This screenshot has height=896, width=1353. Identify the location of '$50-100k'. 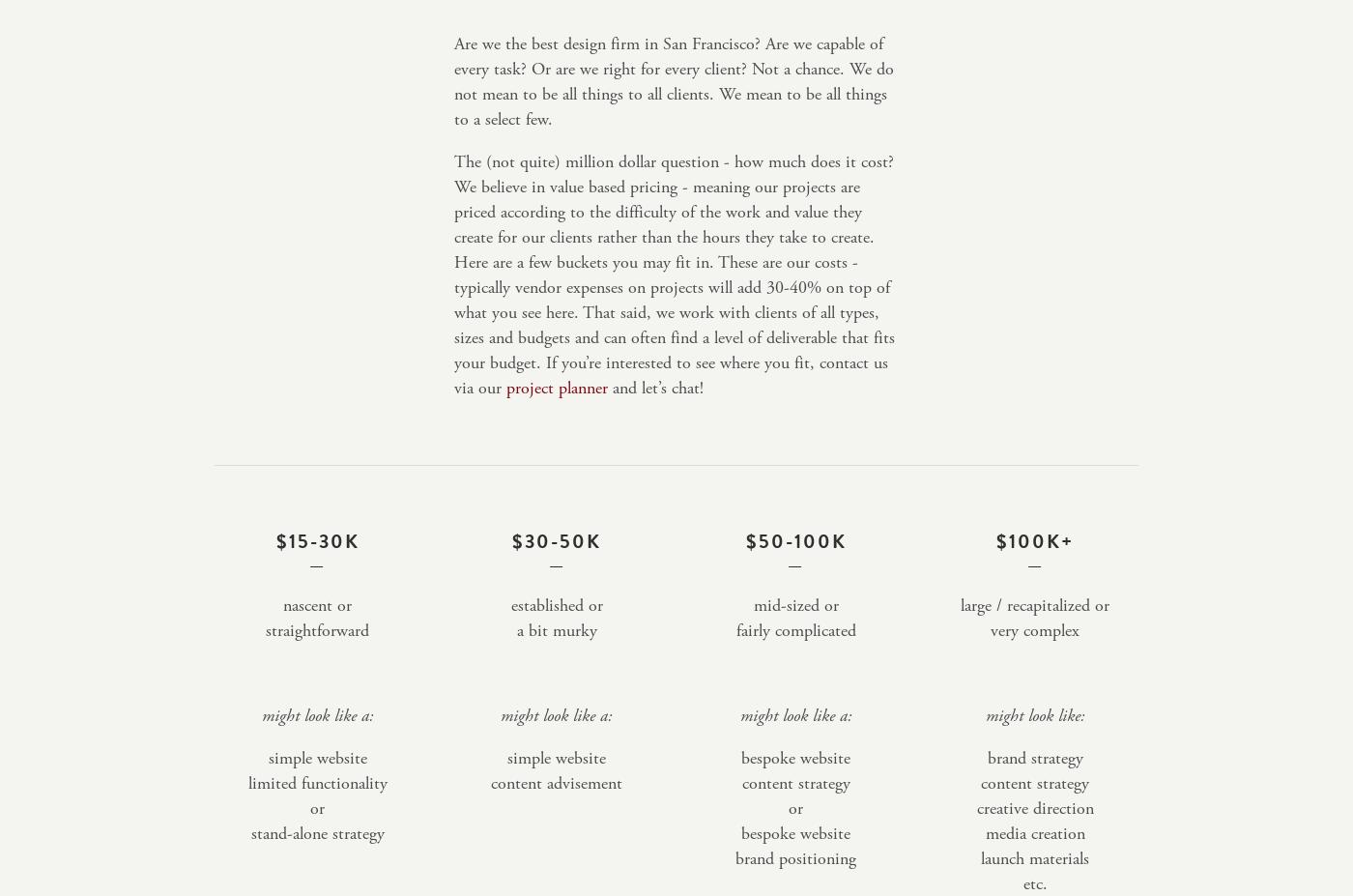
(795, 541).